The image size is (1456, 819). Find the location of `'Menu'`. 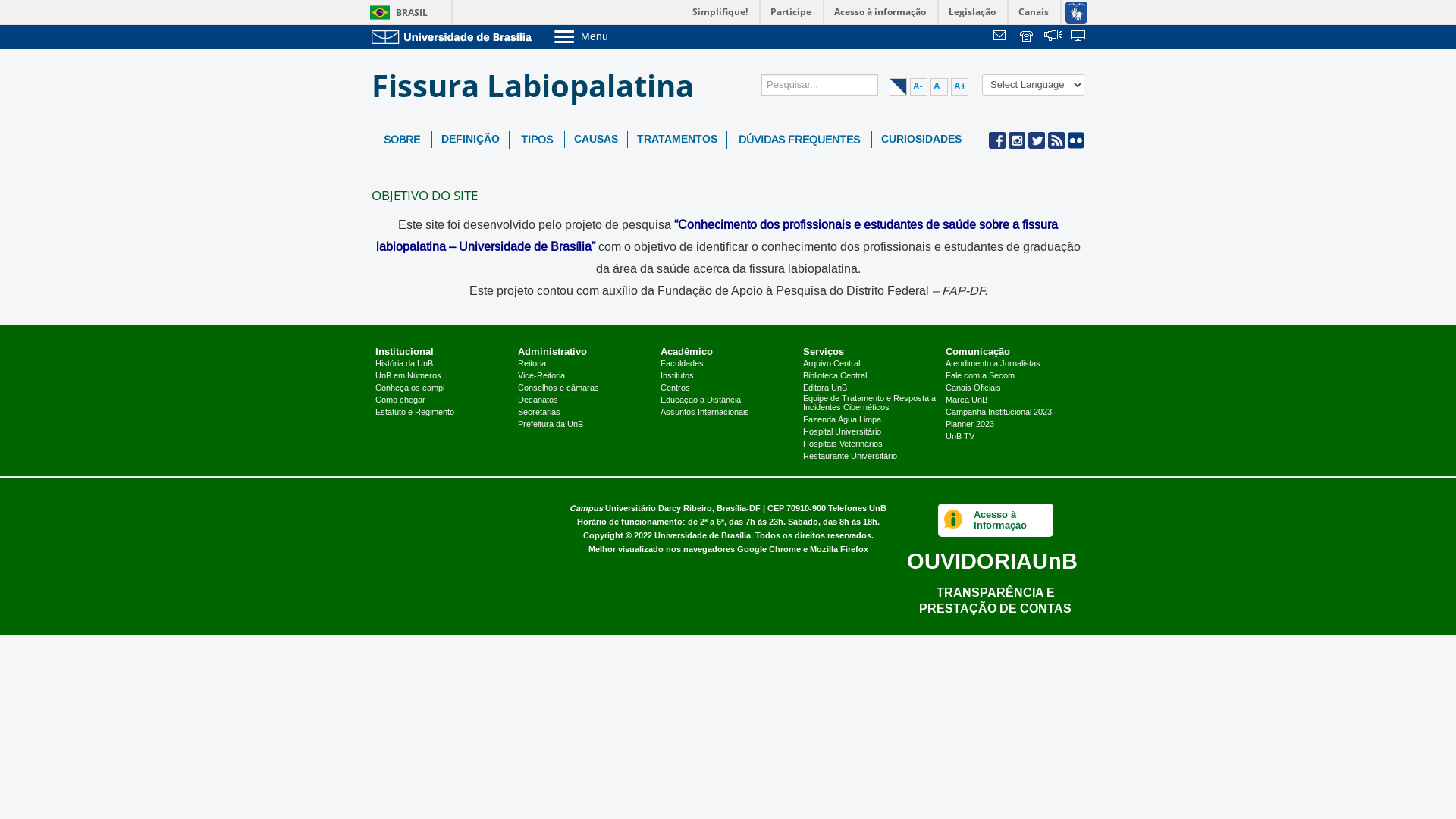

'Menu' is located at coordinates (620, 35).